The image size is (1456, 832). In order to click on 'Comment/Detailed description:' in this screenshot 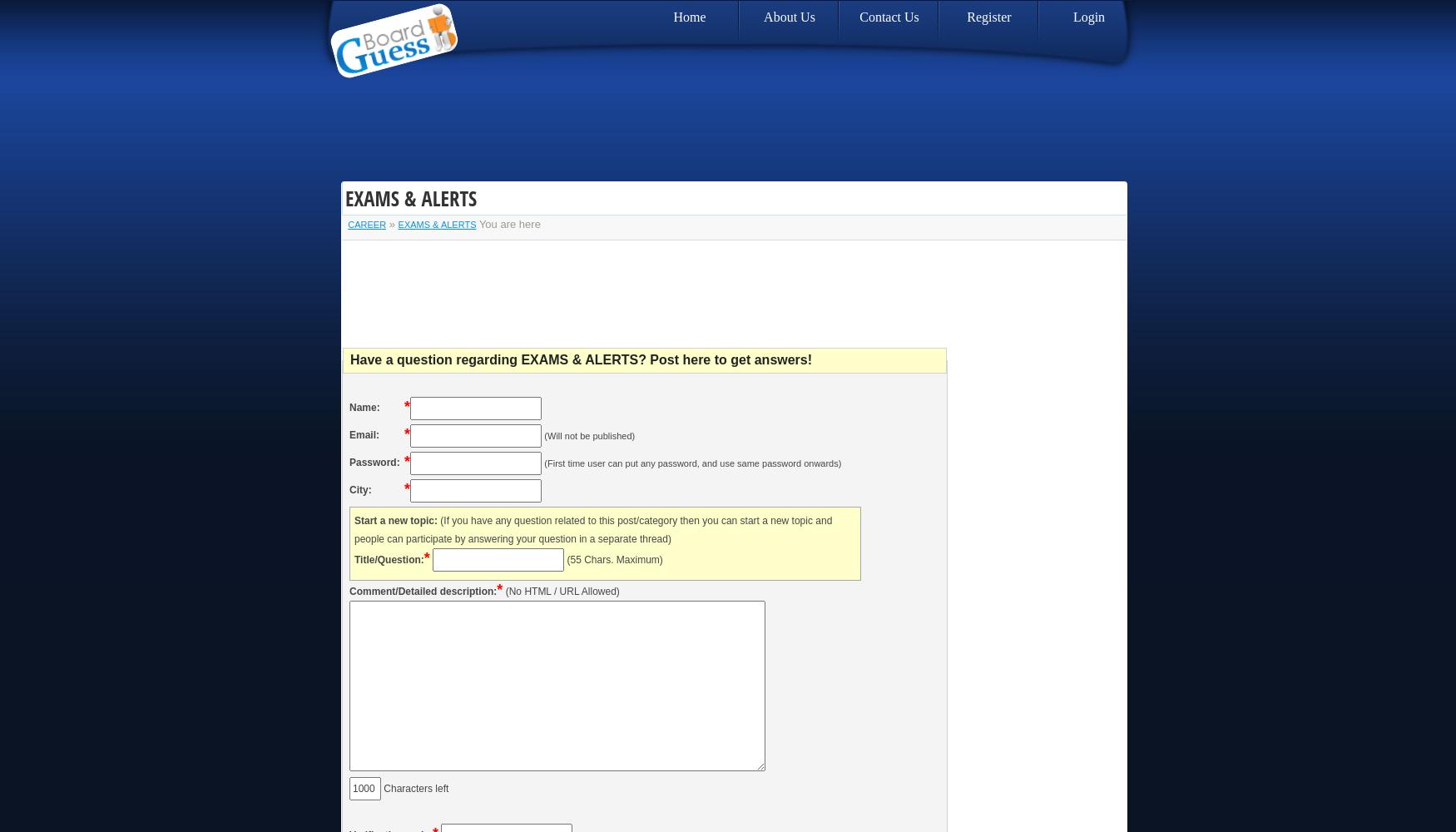, I will do `click(422, 591)`.